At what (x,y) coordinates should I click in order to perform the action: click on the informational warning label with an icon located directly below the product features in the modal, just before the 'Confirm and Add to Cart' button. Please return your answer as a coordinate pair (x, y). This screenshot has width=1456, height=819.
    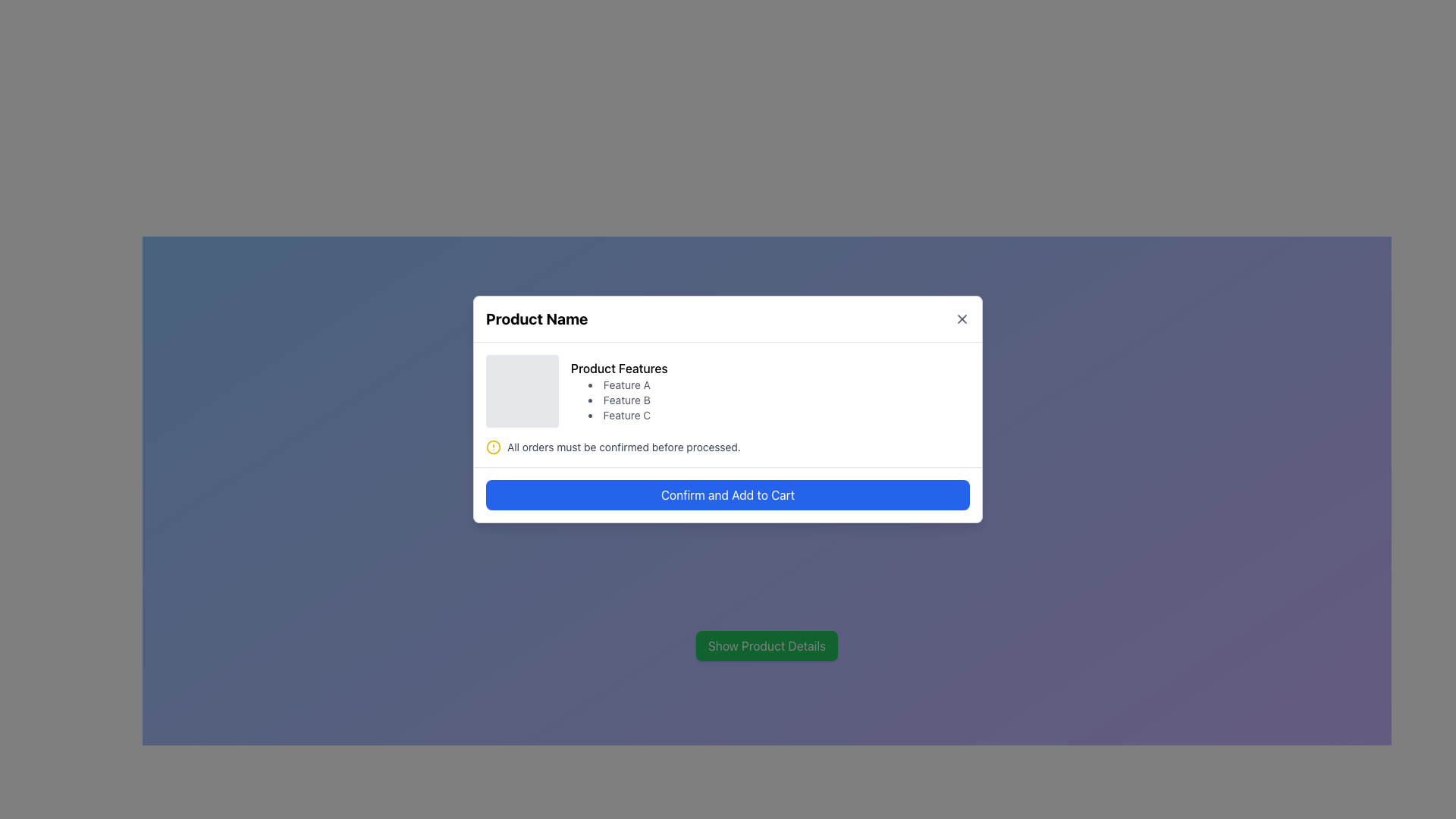
    Looking at the image, I should click on (728, 447).